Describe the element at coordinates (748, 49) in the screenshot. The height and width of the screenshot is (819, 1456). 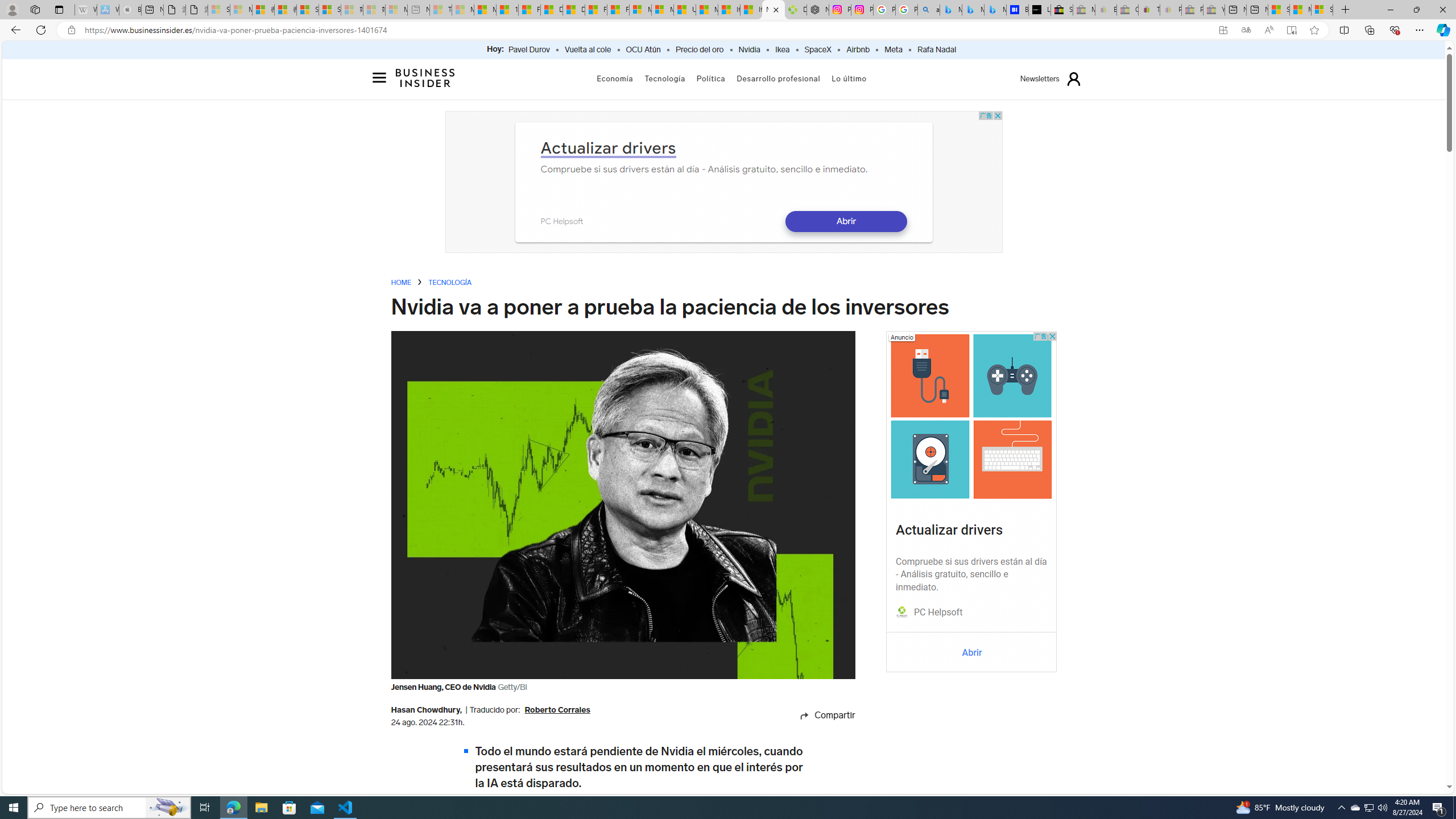
I see `'Nvidia'` at that location.